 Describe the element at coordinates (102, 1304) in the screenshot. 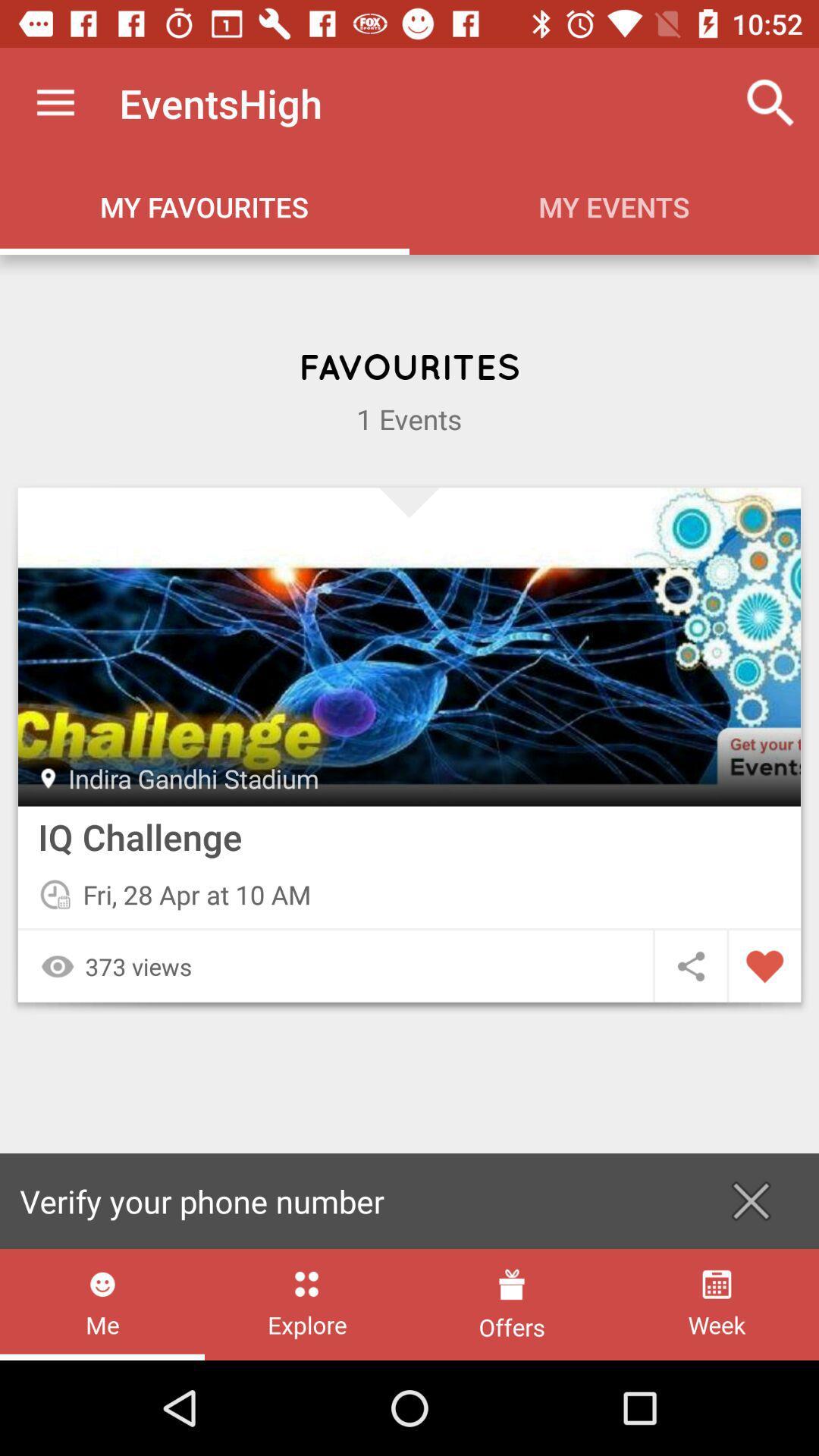

I see `icon next to the explore item` at that location.